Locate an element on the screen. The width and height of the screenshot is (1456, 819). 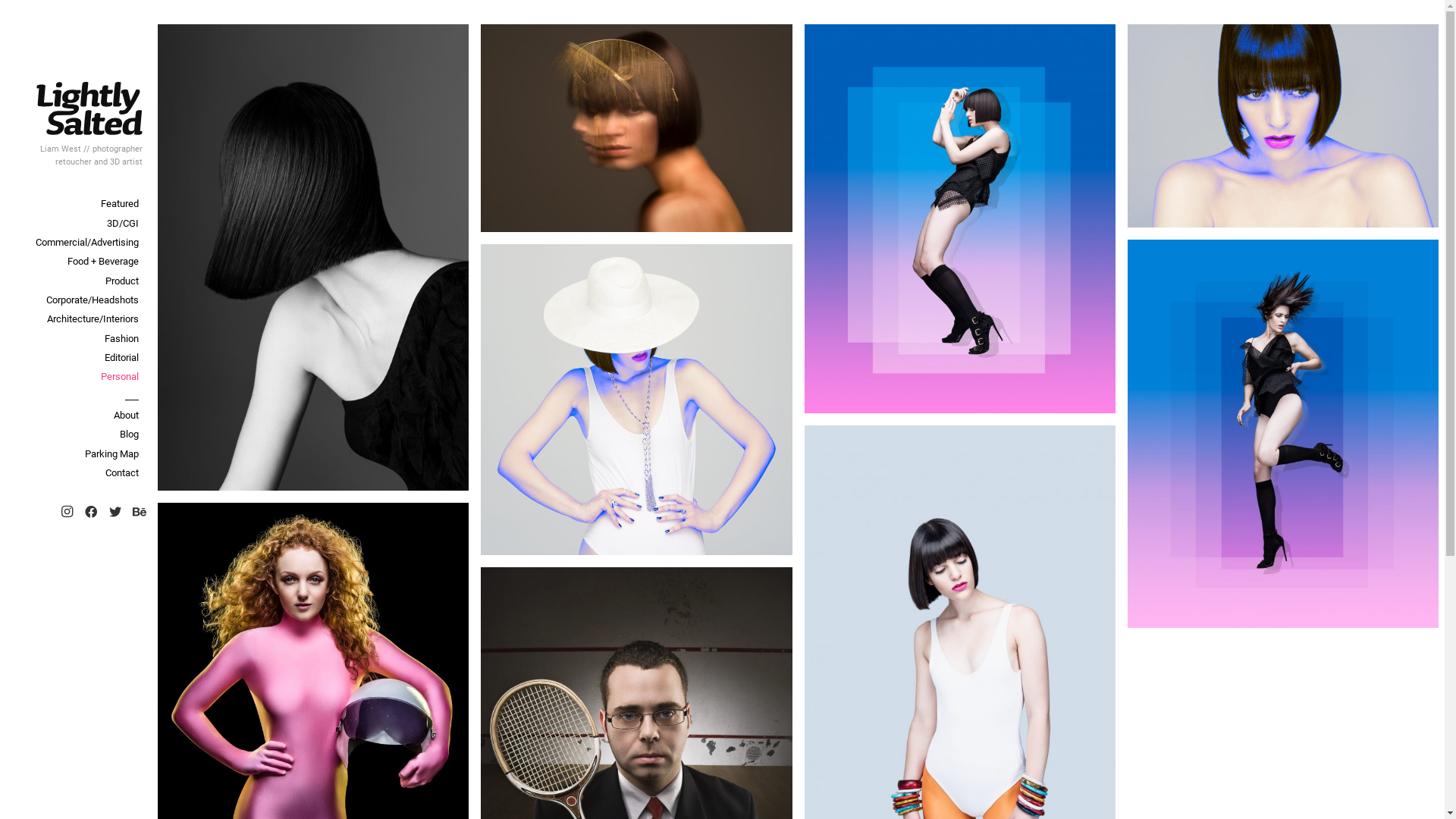
'108-LilyHabermehl_1213_web' is located at coordinates (959, 218).